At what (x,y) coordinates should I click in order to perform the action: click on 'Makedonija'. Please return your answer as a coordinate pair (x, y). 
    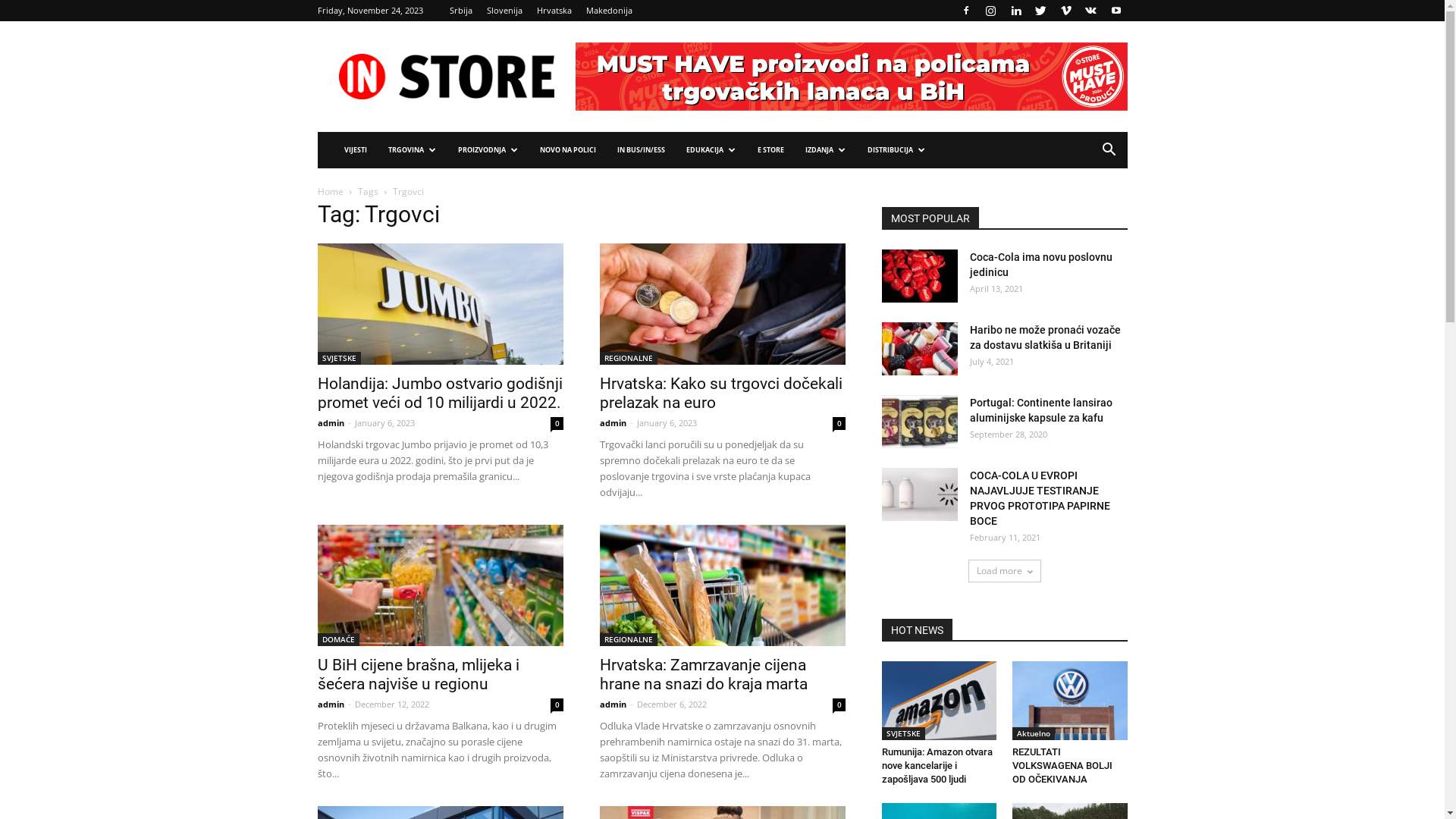
    Looking at the image, I should click on (608, 10).